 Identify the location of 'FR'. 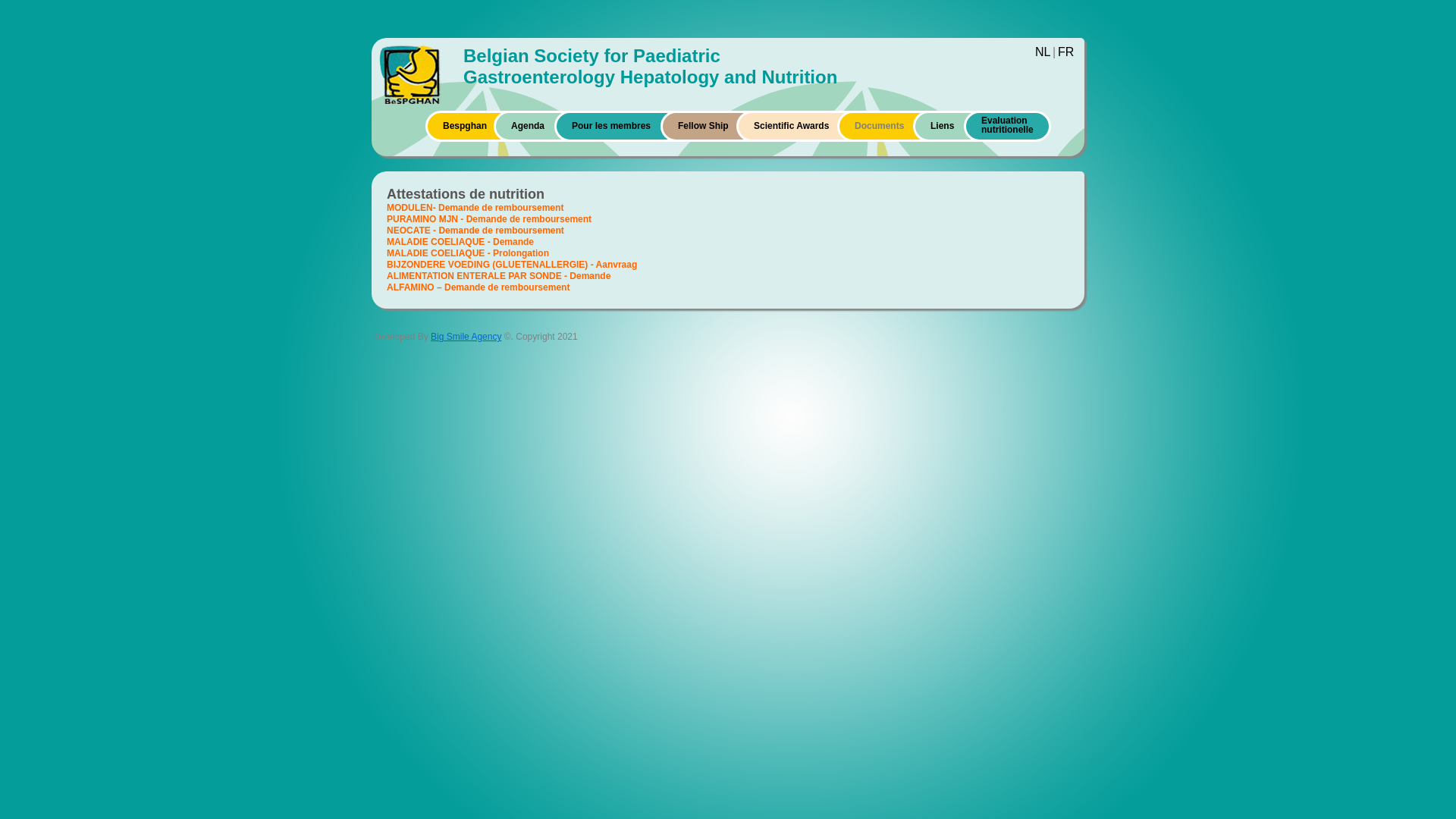
(1065, 51).